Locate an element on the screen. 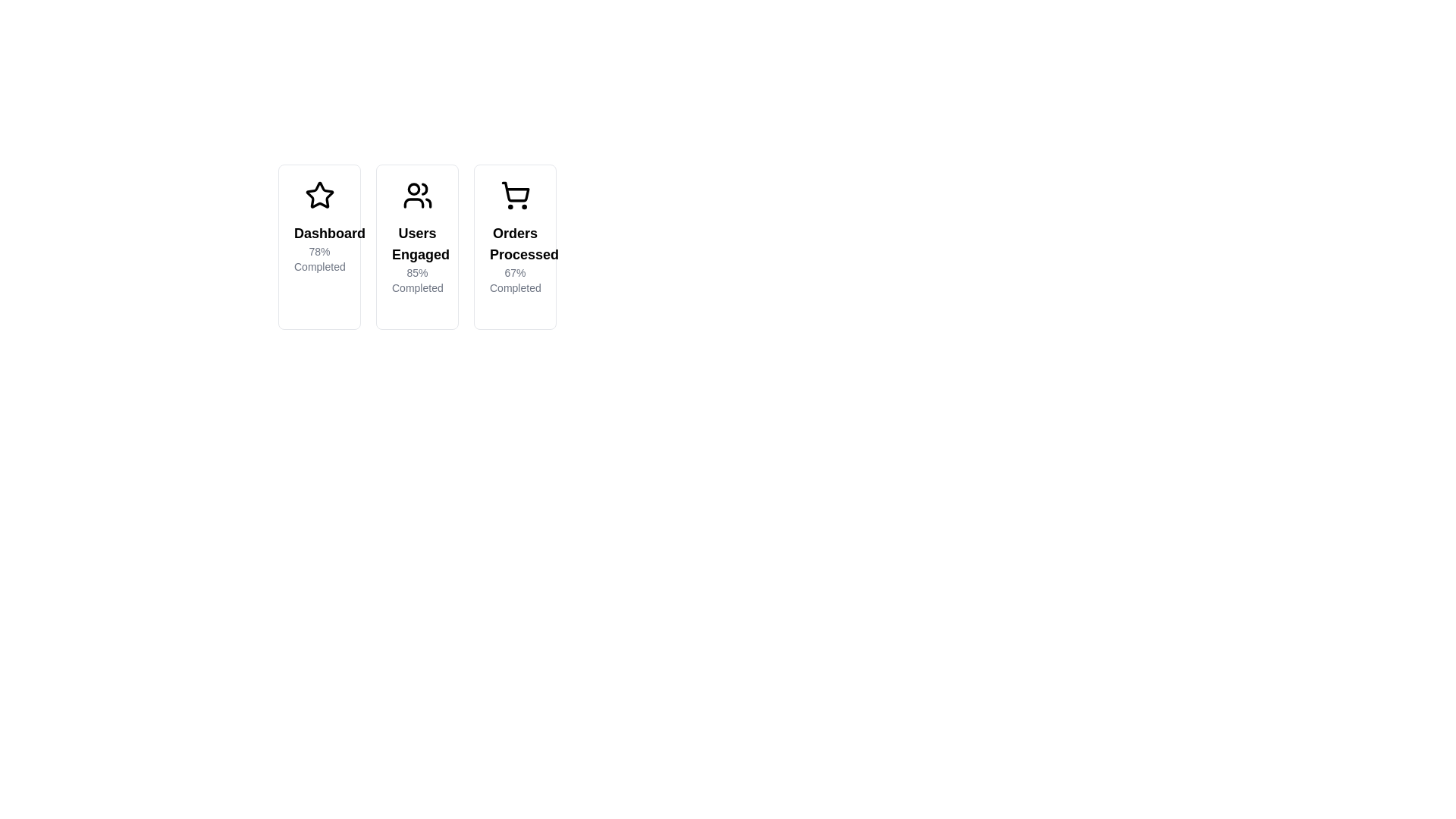  the progress information Text Display located in the third column below the shopping cart icon, which conveys order processing percentage if functionality is assigned by the developer is located at coordinates (515, 259).